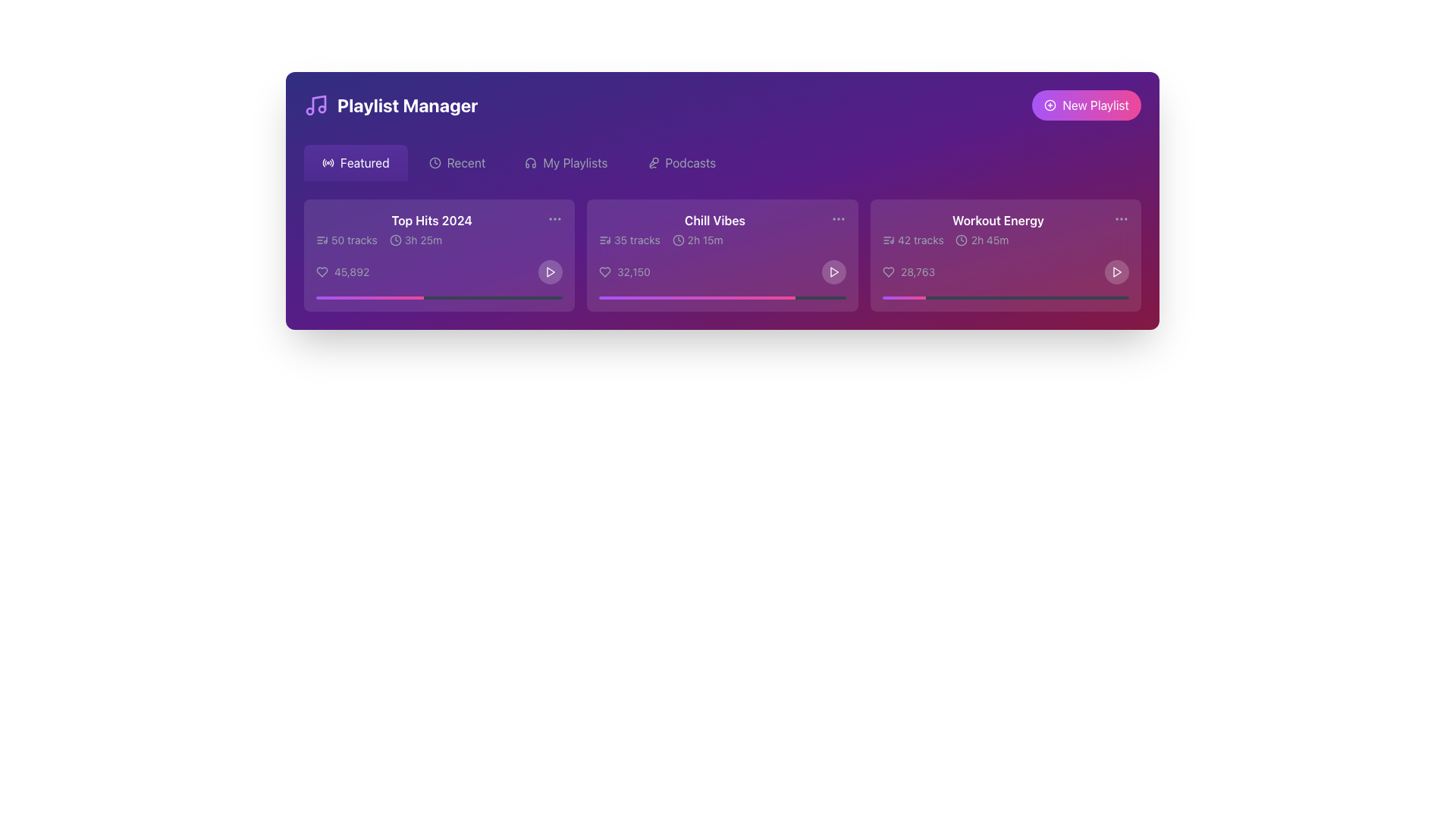  What do you see at coordinates (438, 298) in the screenshot?
I see `the horizontal progress bar located at the bottom of the first card in the playlist panel, which is styled with a gray background and a gradient-filled portion transitioning from purple to pink` at bounding box center [438, 298].